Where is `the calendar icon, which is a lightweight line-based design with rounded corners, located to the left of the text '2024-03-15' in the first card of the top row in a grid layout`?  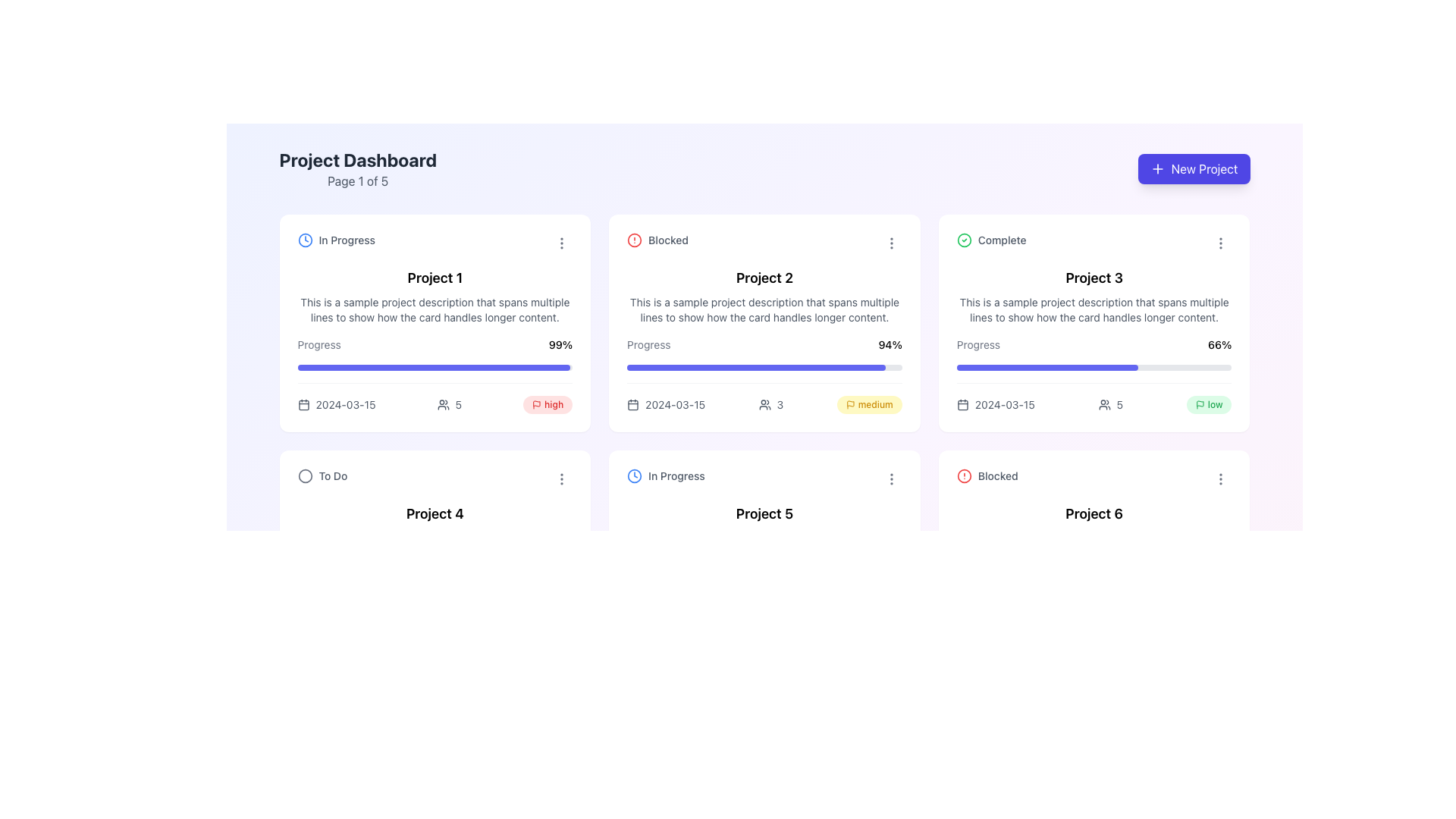 the calendar icon, which is a lightweight line-based design with rounded corners, located to the left of the text '2024-03-15' in the first card of the top row in a grid layout is located at coordinates (303, 403).